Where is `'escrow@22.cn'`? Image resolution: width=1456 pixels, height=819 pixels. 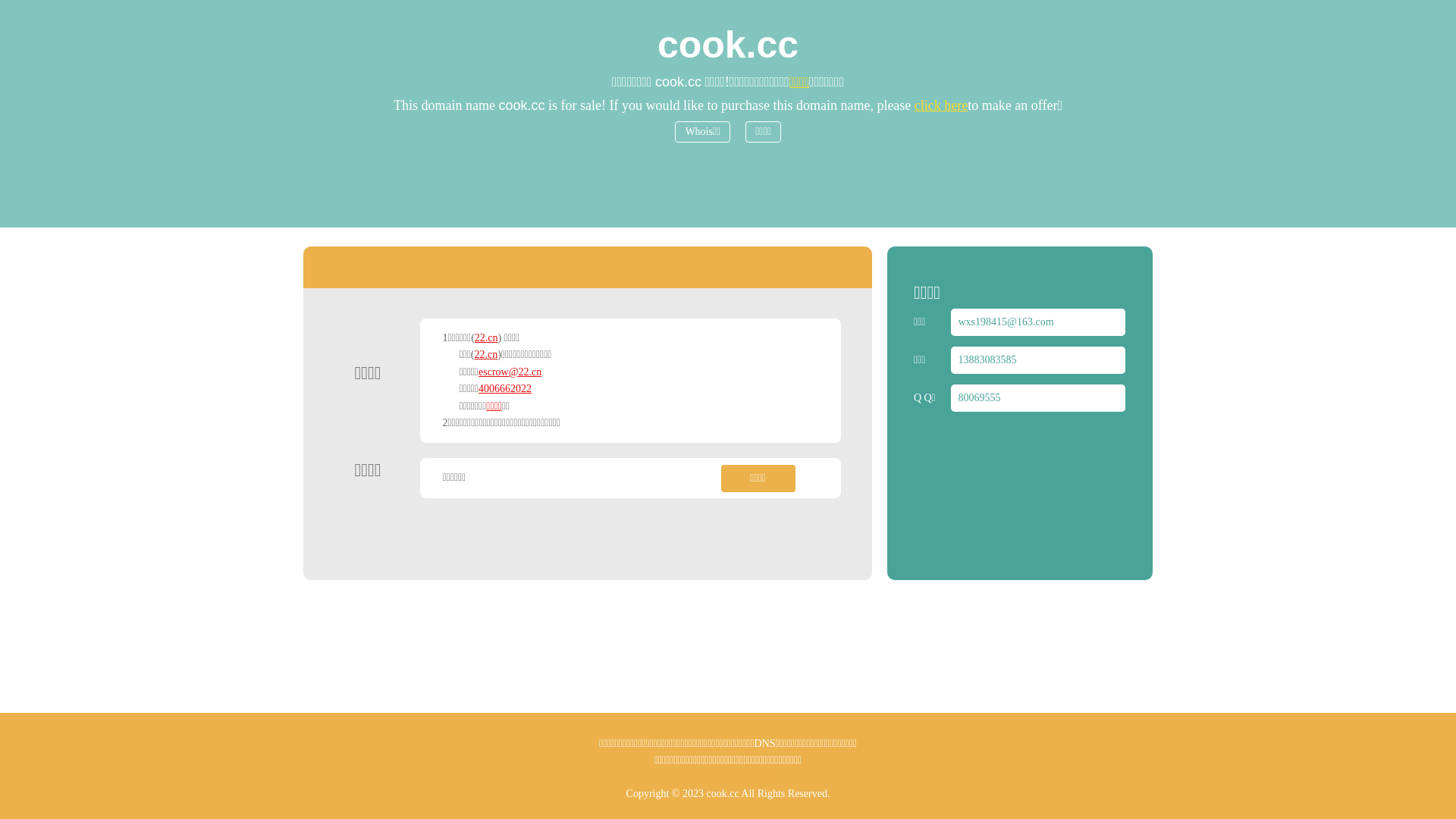
'escrow@22.cn' is located at coordinates (510, 372).